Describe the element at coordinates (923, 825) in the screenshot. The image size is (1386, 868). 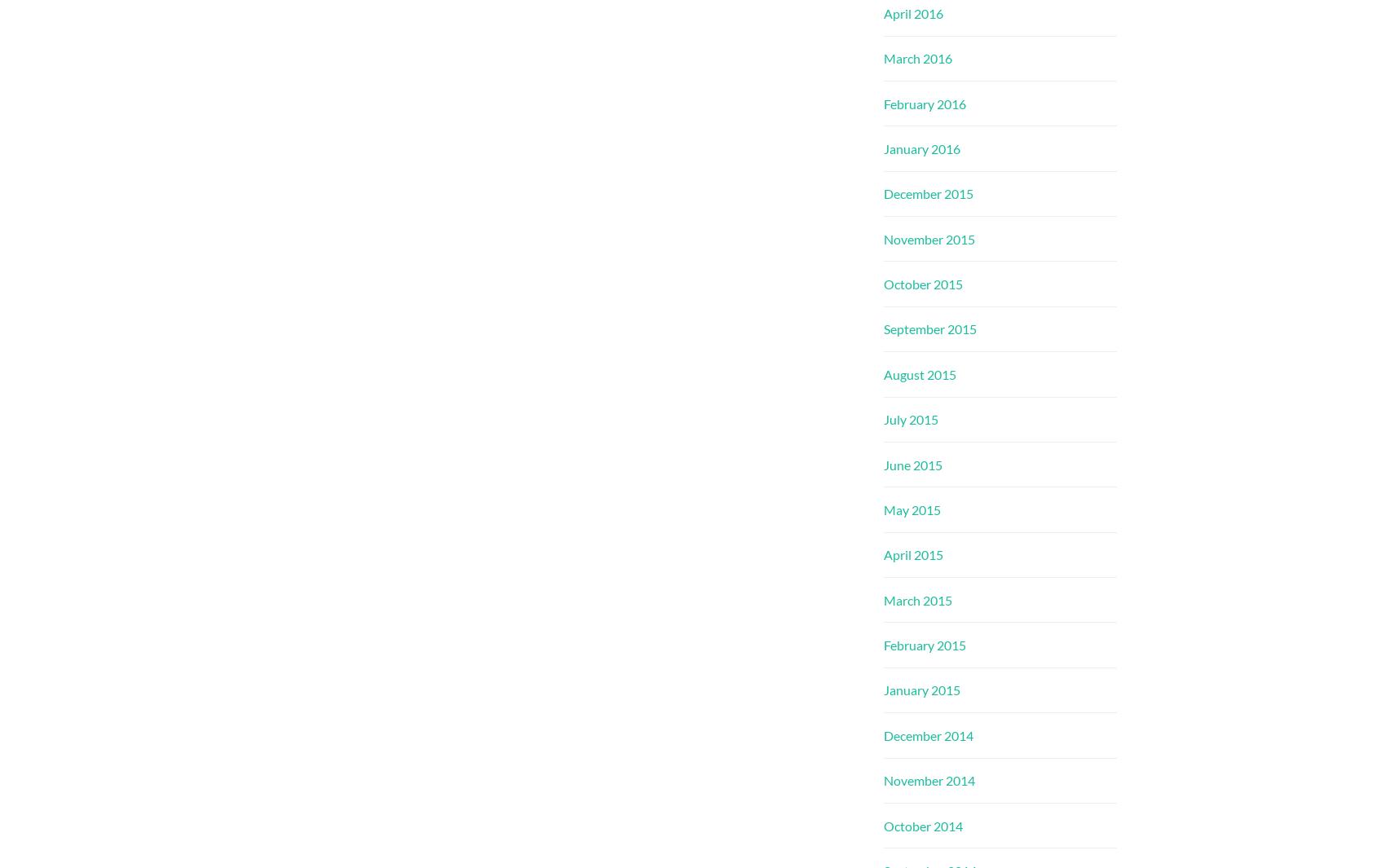
I see `'October 2014'` at that location.